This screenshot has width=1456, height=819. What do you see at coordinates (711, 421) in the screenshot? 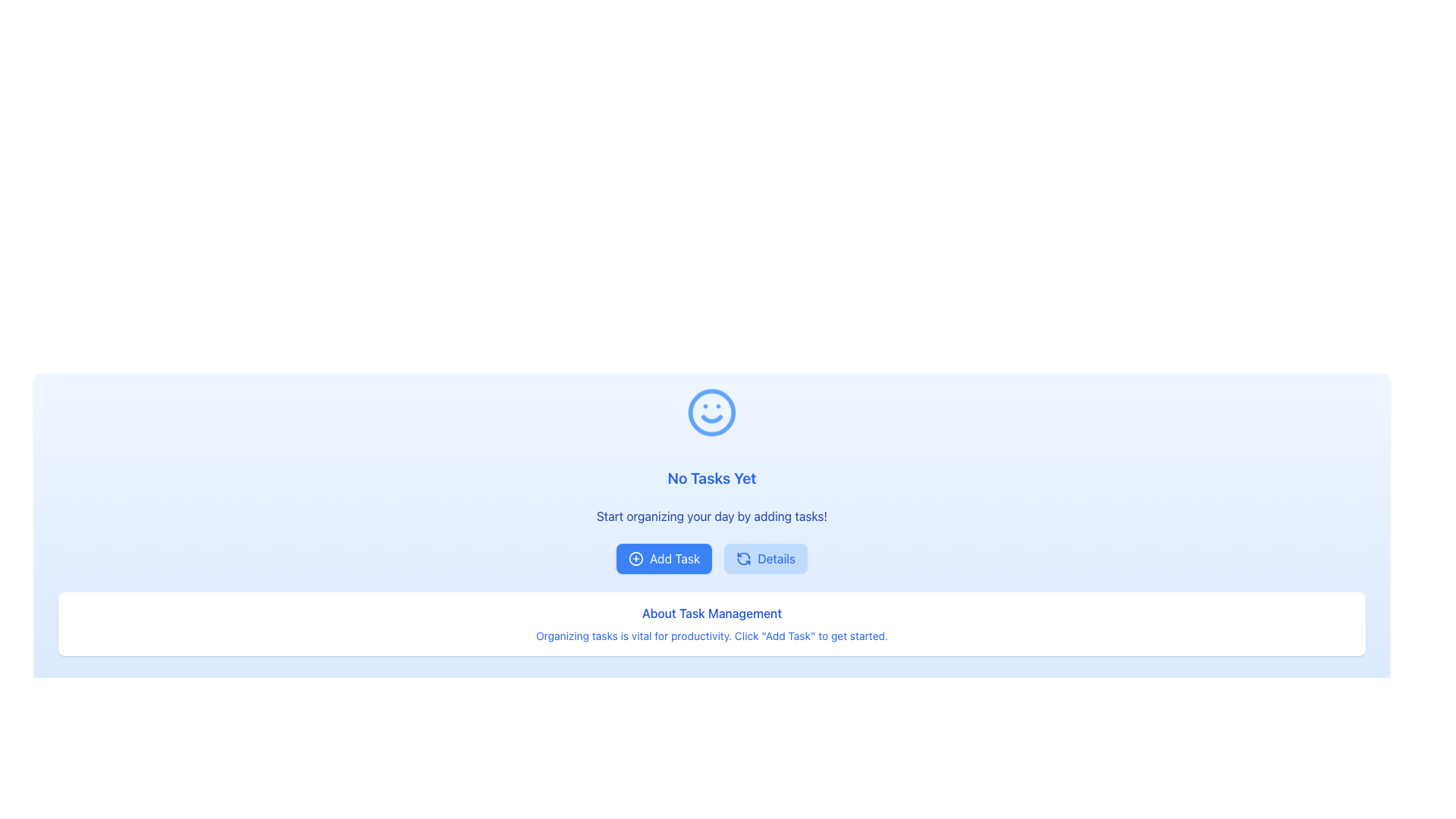
I see `details of the circular SVG element that forms the outline of a smiling face, located at the center of the graphical representation` at bounding box center [711, 421].